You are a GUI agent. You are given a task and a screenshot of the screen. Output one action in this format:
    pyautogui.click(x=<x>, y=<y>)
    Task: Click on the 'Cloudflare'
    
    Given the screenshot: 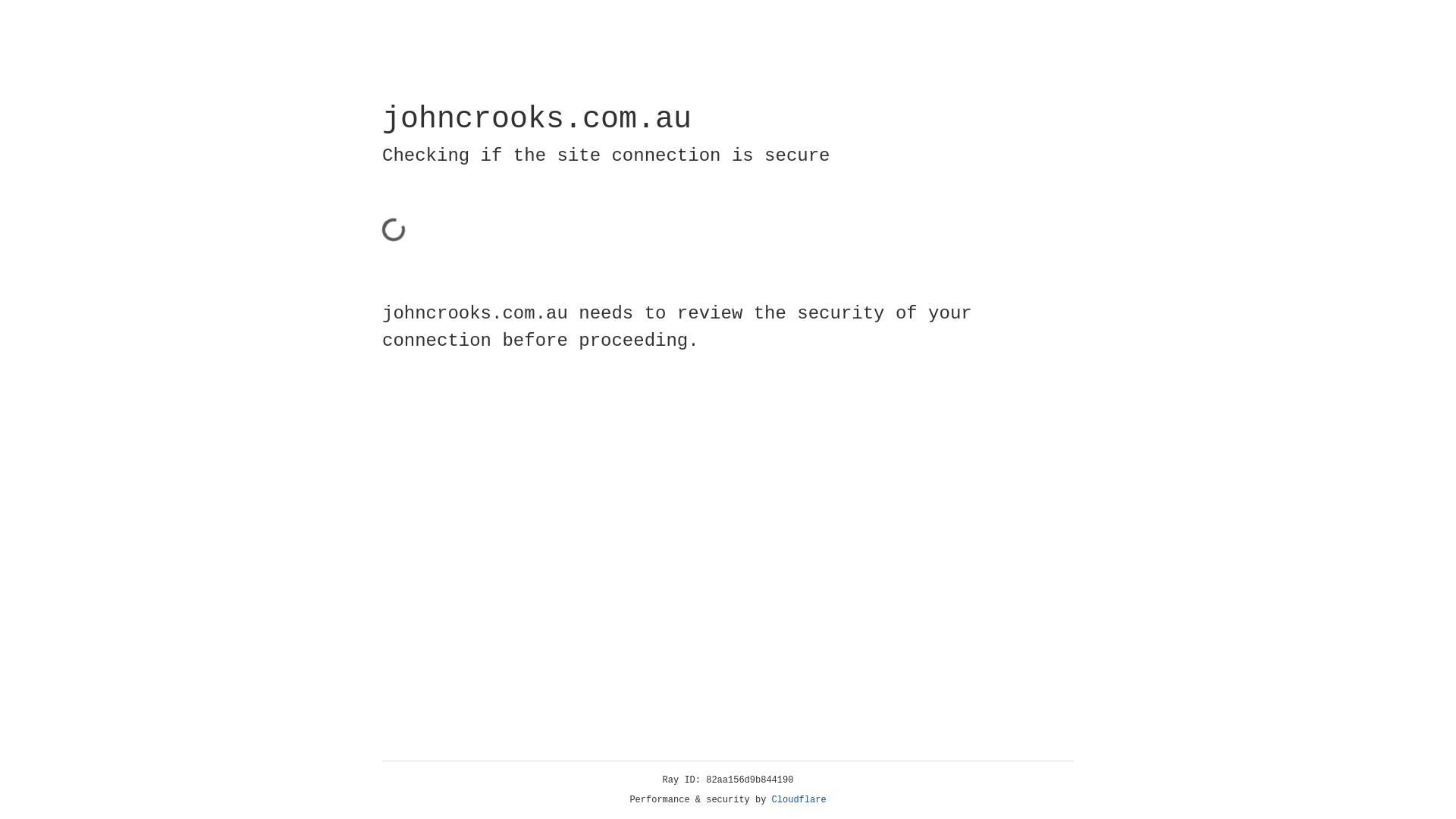 What is the action you would take?
    pyautogui.click(x=771, y=799)
    